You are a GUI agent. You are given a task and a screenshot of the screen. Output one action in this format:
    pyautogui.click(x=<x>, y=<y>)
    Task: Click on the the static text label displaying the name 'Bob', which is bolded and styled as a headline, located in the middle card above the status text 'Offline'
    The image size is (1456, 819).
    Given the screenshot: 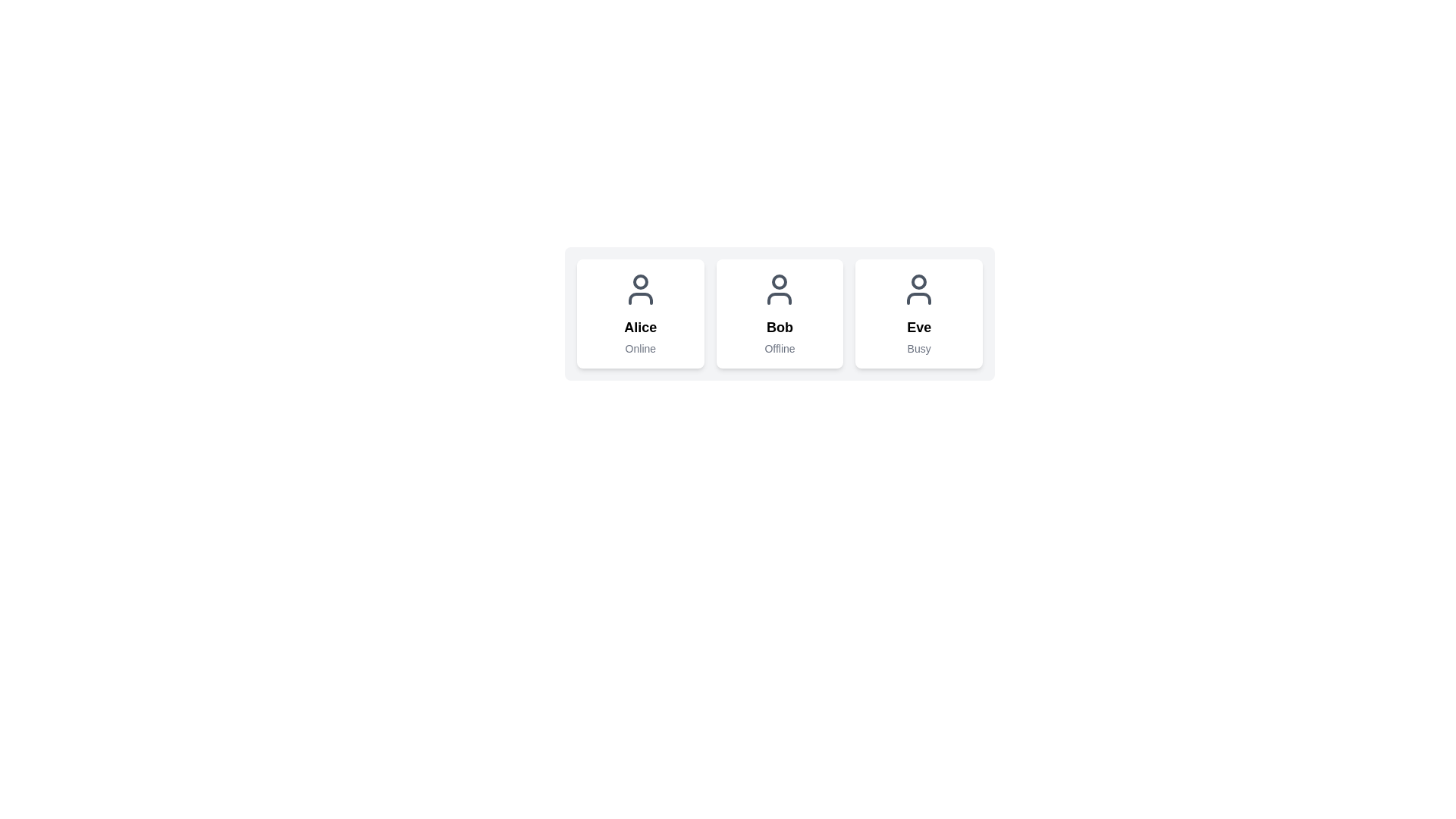 What is the action you would take?
    pyautogui.click(x=780, y=327)
    